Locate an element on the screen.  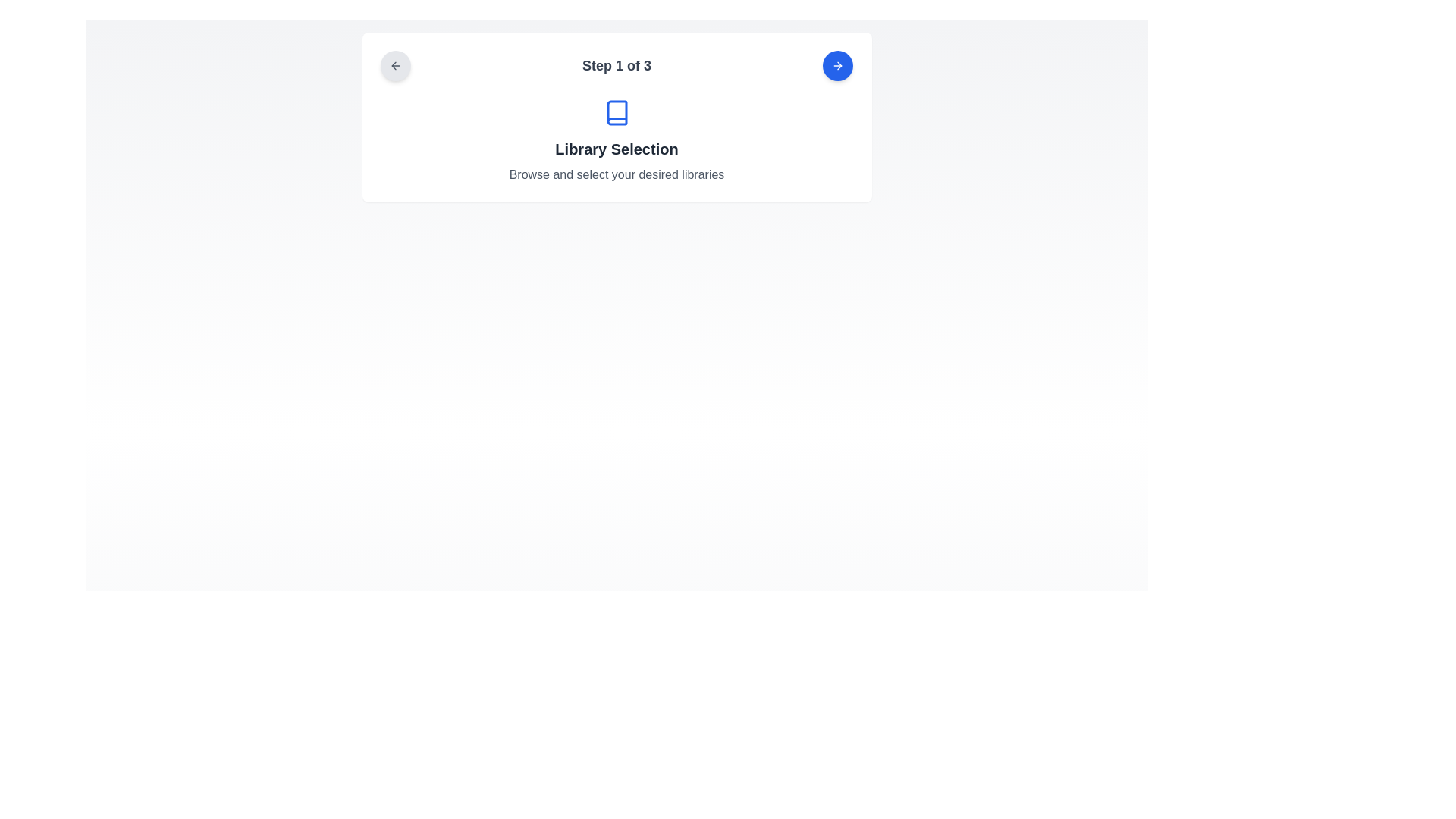
the text element styled with a gray font that reads 'Browse and select your desired libraries', positioned below the title 'Library Selection' is located at coordinates (617, 174).